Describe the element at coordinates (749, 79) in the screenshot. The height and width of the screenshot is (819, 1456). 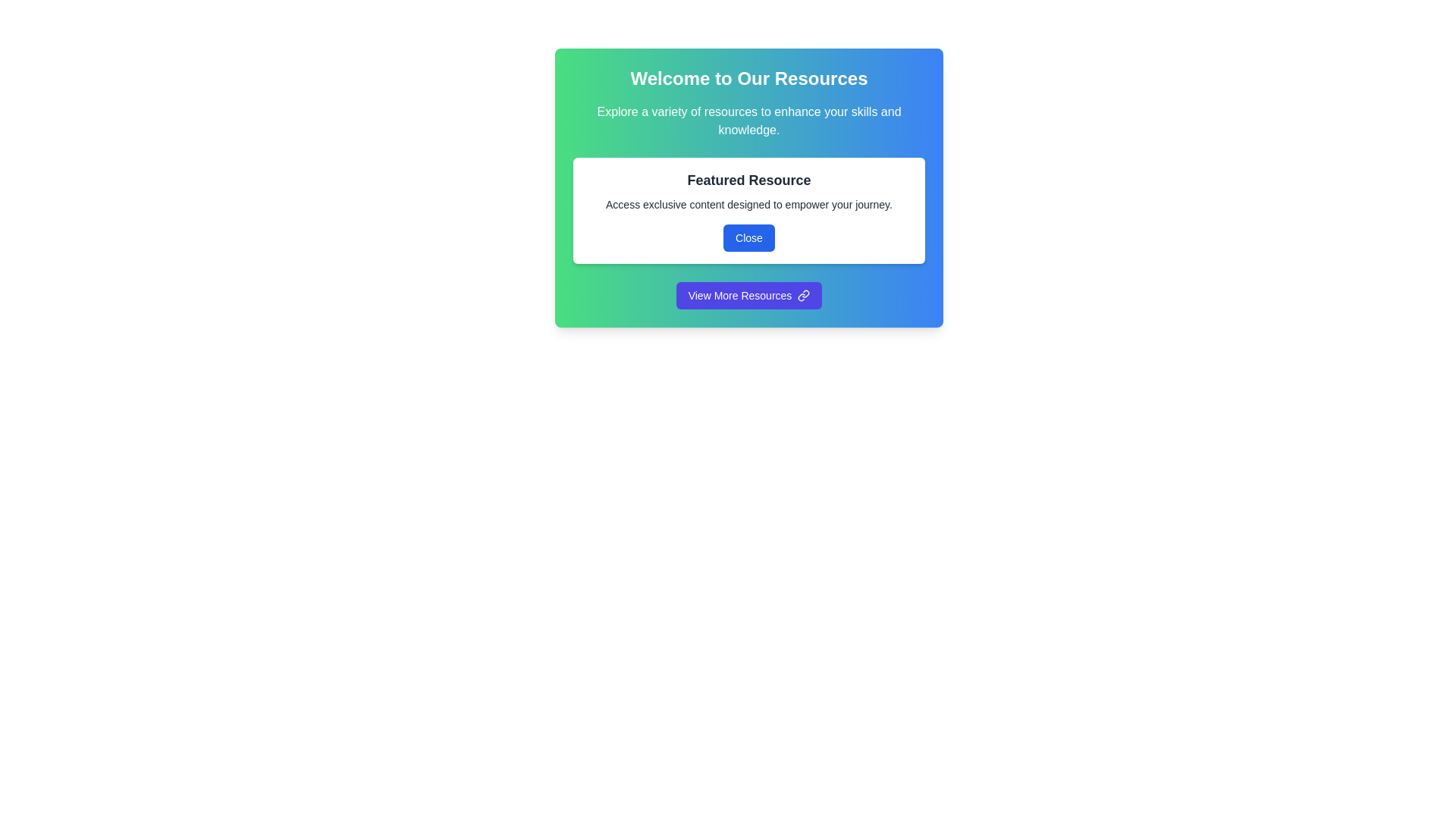
I see `text of the title labeled 'Welcome to Our Resources' displayed at the top of the gradient card` at that location.